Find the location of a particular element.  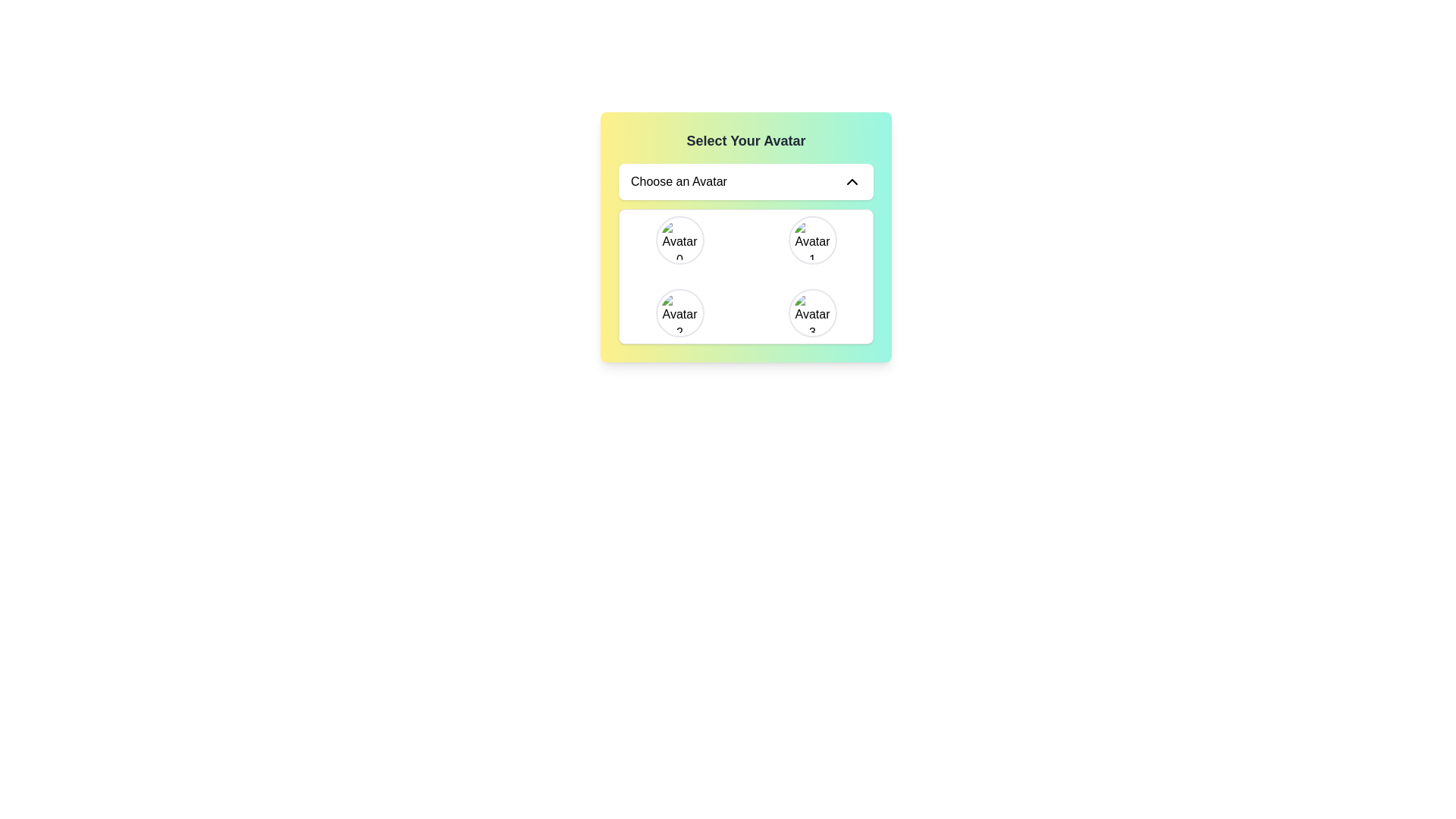

the 'Avatar 0' icon, which is a circular selectable avatar with a placeholder image and labeled beneath it. This icon is positioned at the top-left of the avatar selection grid under the header 'Select Your Avatar' is located at coordinates (679, 239).